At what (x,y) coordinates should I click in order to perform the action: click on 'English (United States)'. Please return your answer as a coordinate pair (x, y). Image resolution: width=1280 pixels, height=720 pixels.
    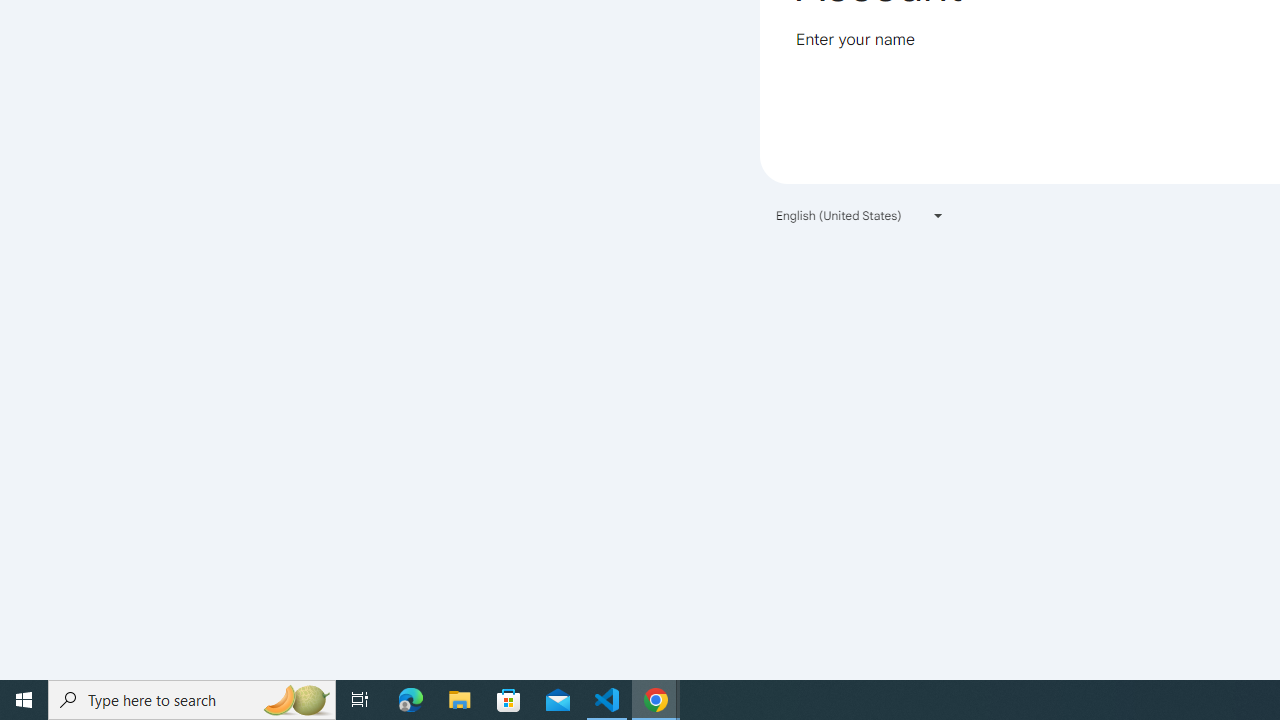
    Looking at the image, I should click on (860, 215).